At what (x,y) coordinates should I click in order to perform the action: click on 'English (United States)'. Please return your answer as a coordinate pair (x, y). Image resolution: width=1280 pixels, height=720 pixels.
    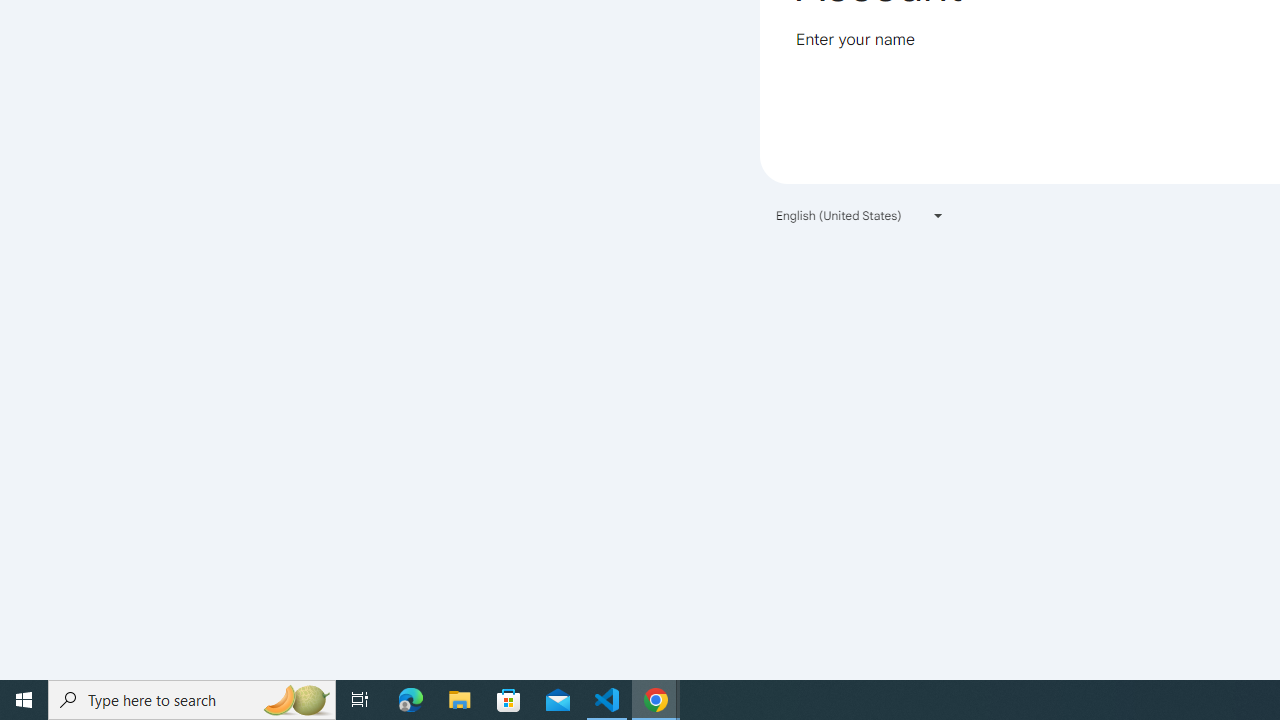
    Looking at the image, I should click on (860, 215).